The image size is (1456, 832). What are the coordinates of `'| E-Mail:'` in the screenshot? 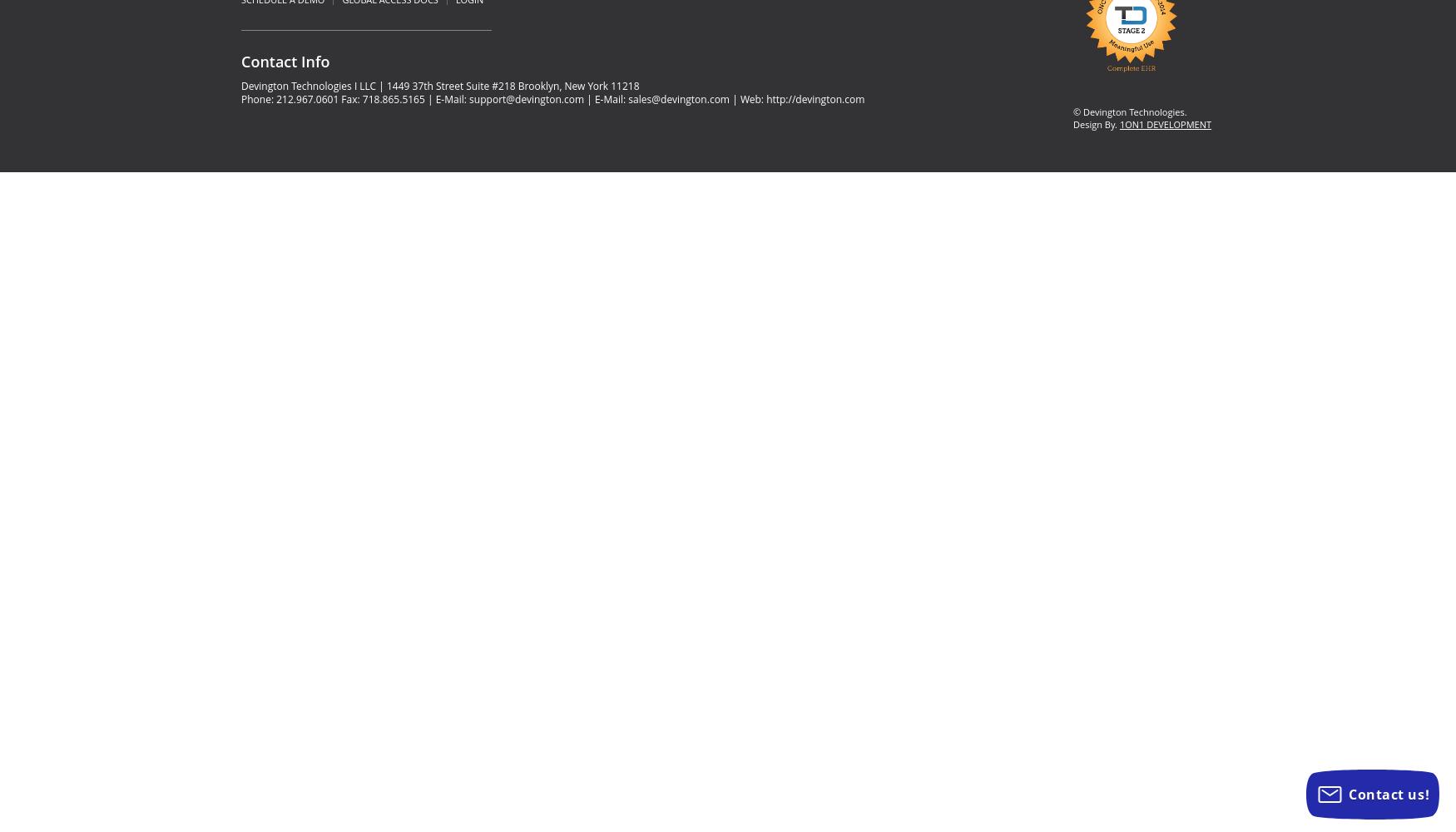 It's located at (607, 97).